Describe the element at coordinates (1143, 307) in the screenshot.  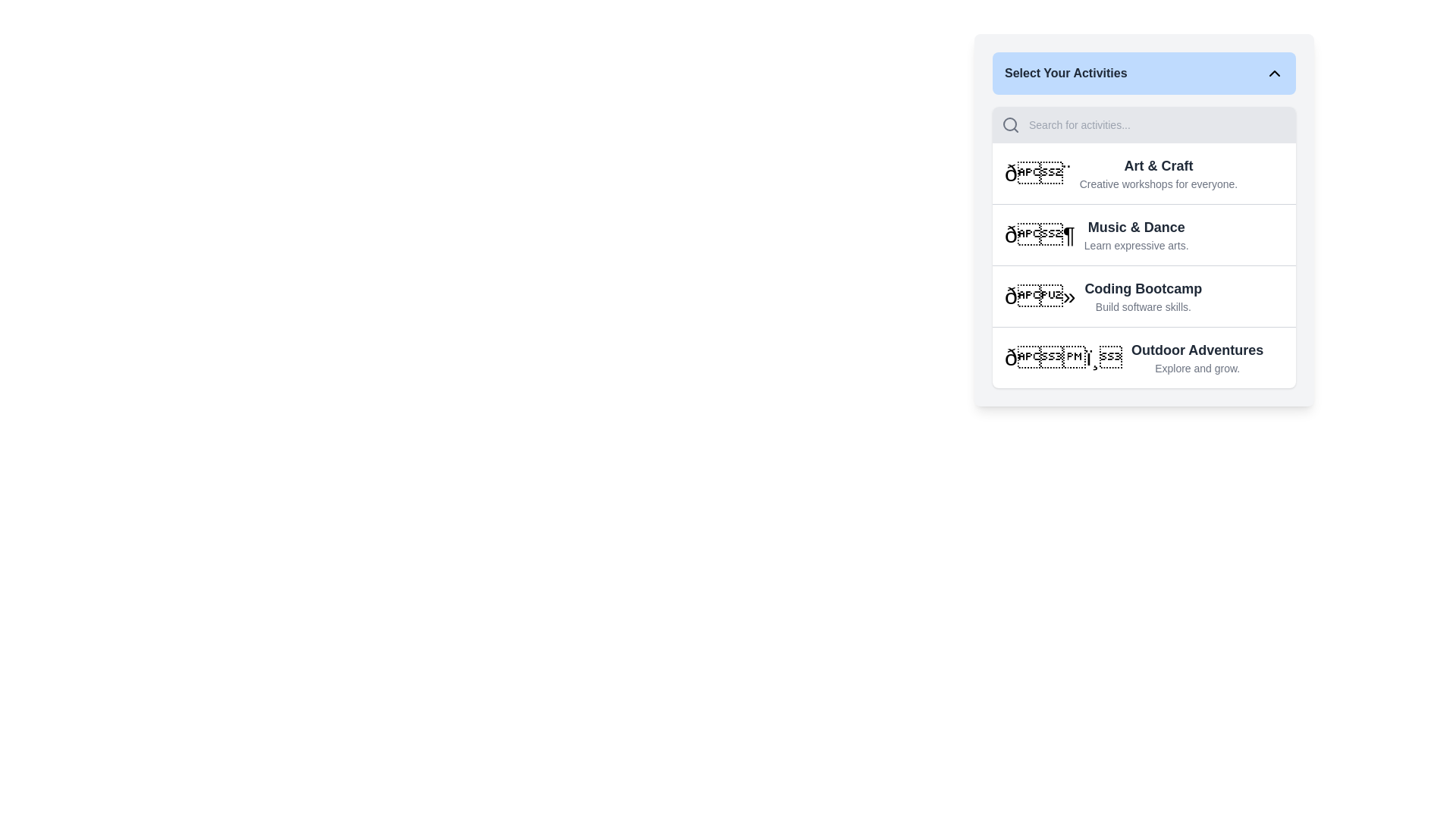
I see `the text label 'Build software skills.' which is styled with a smaller gray font and located below the 'Coding Bootcamp' heading` at that location.